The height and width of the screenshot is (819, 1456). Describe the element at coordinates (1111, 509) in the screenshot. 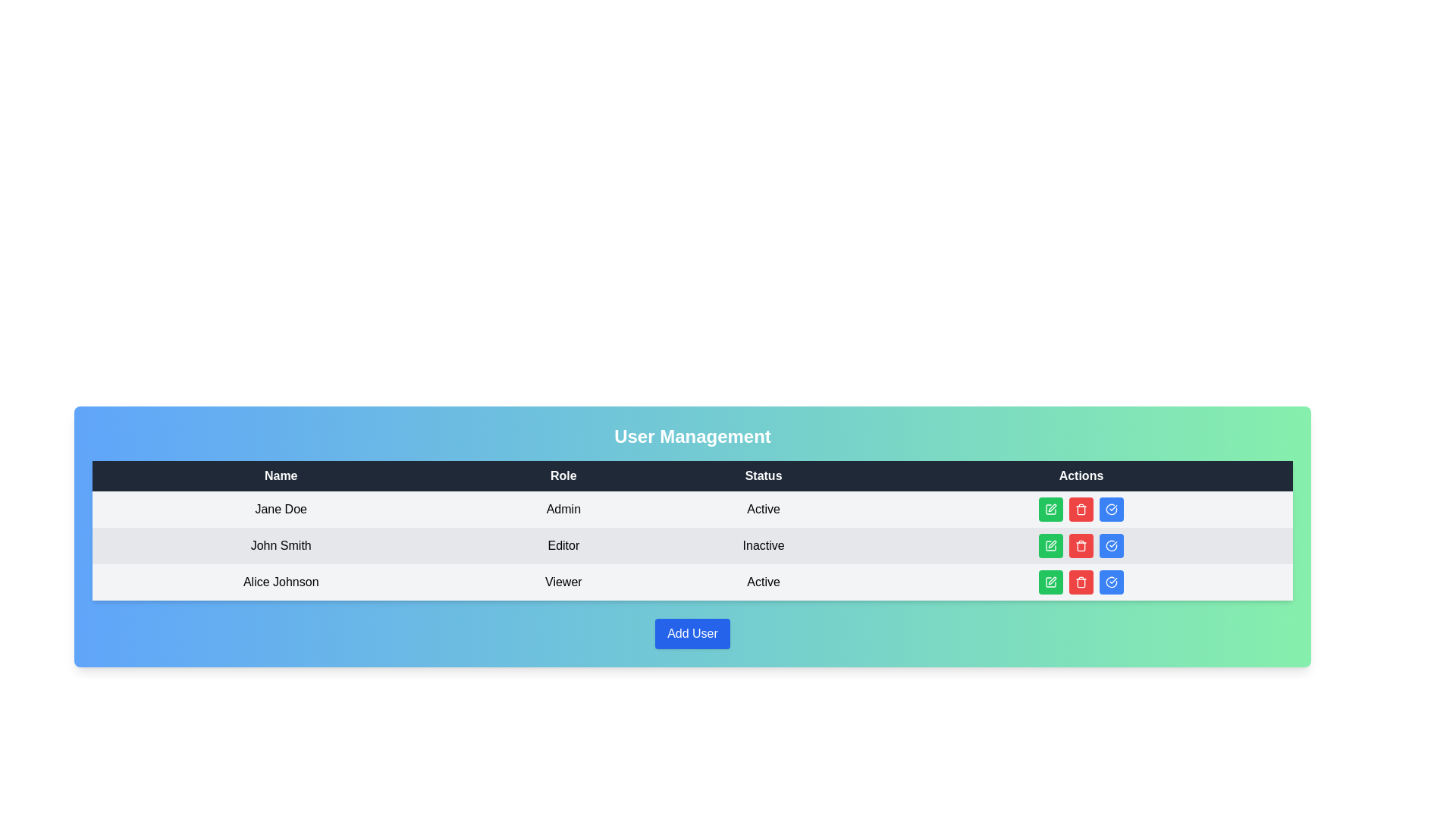

I see `the circular confirmation icon button located in the 'Actions' column of the user management table for user 'Alice Johnson'` at that location.